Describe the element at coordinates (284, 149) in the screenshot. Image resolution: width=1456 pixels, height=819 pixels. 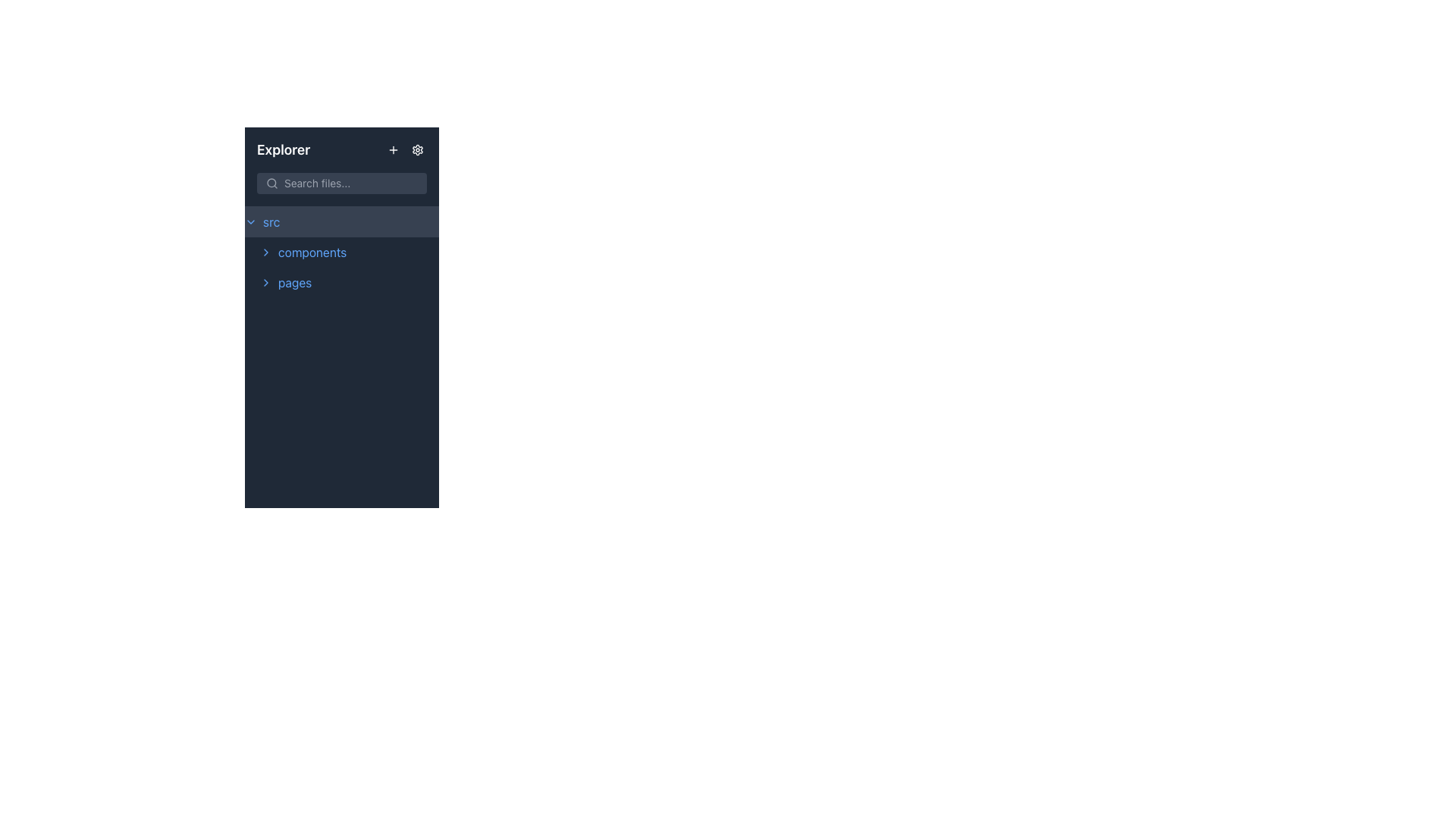
I see `the Text Label that serves as a title or header for the section, located near the top-left corner of the interface` at that location.